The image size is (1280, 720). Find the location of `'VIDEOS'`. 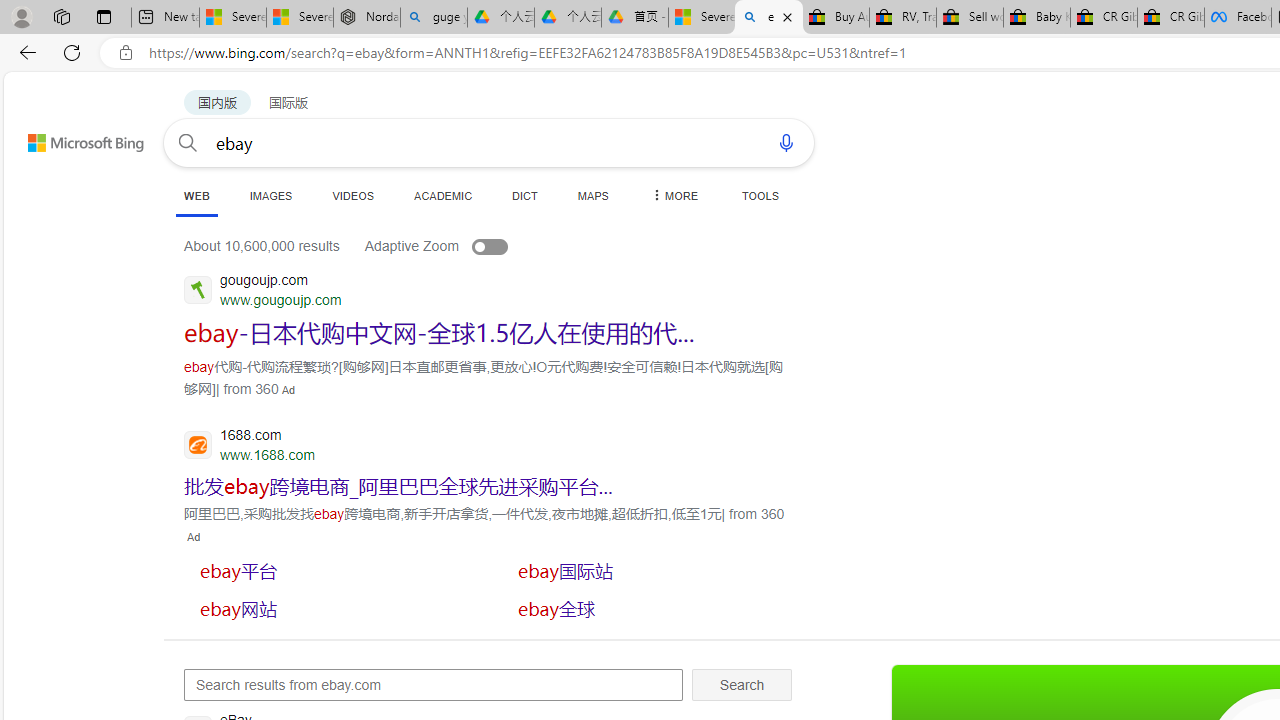

'VIDEOS' is located at coordinates (353, 195).